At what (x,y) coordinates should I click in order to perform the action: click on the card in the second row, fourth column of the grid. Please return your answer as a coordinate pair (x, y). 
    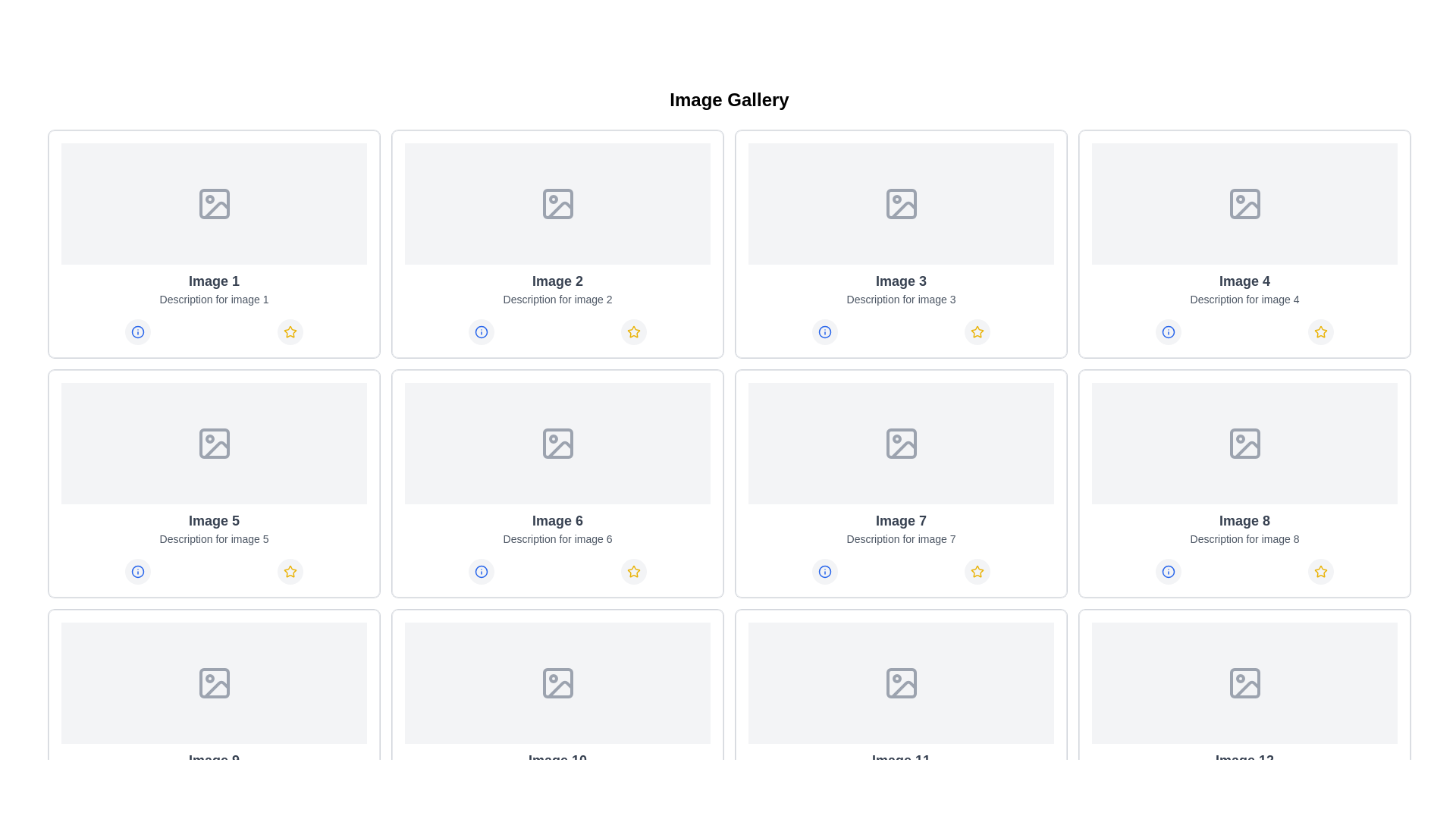
    Looking at the image, I should click on (1244, 483).